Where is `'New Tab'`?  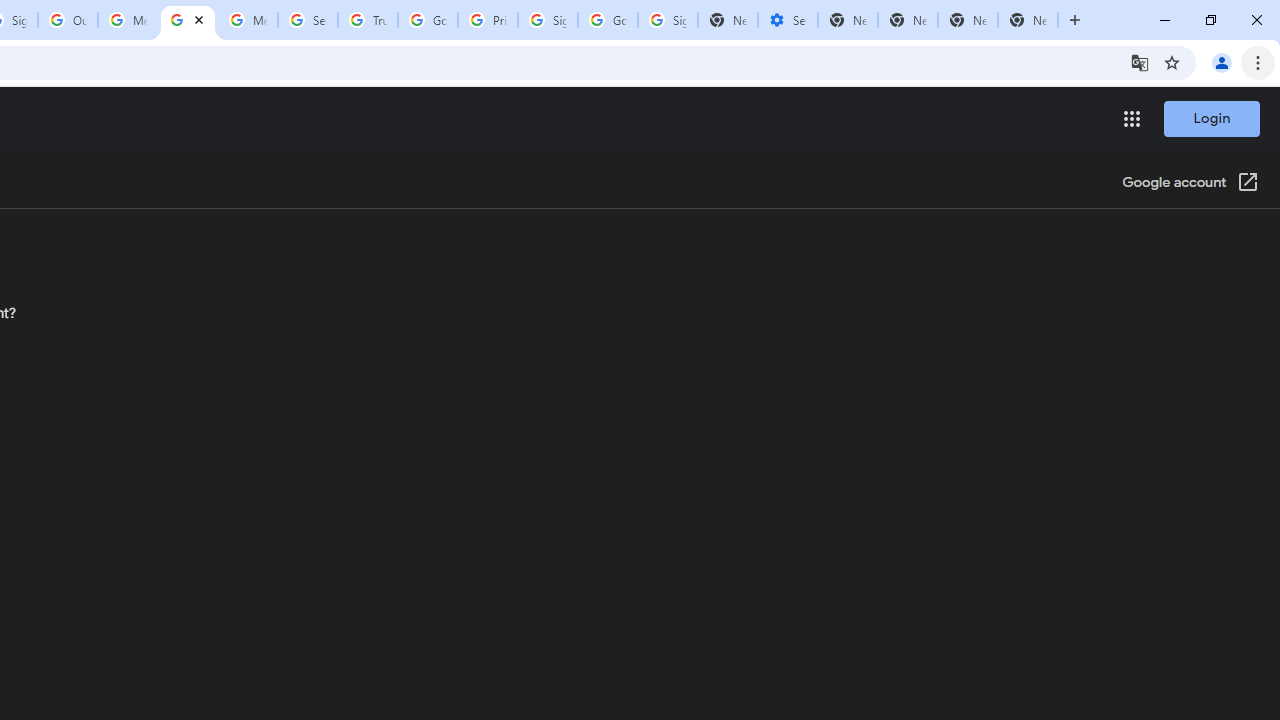 'New Tab' is located at coordinates (1028, 20).